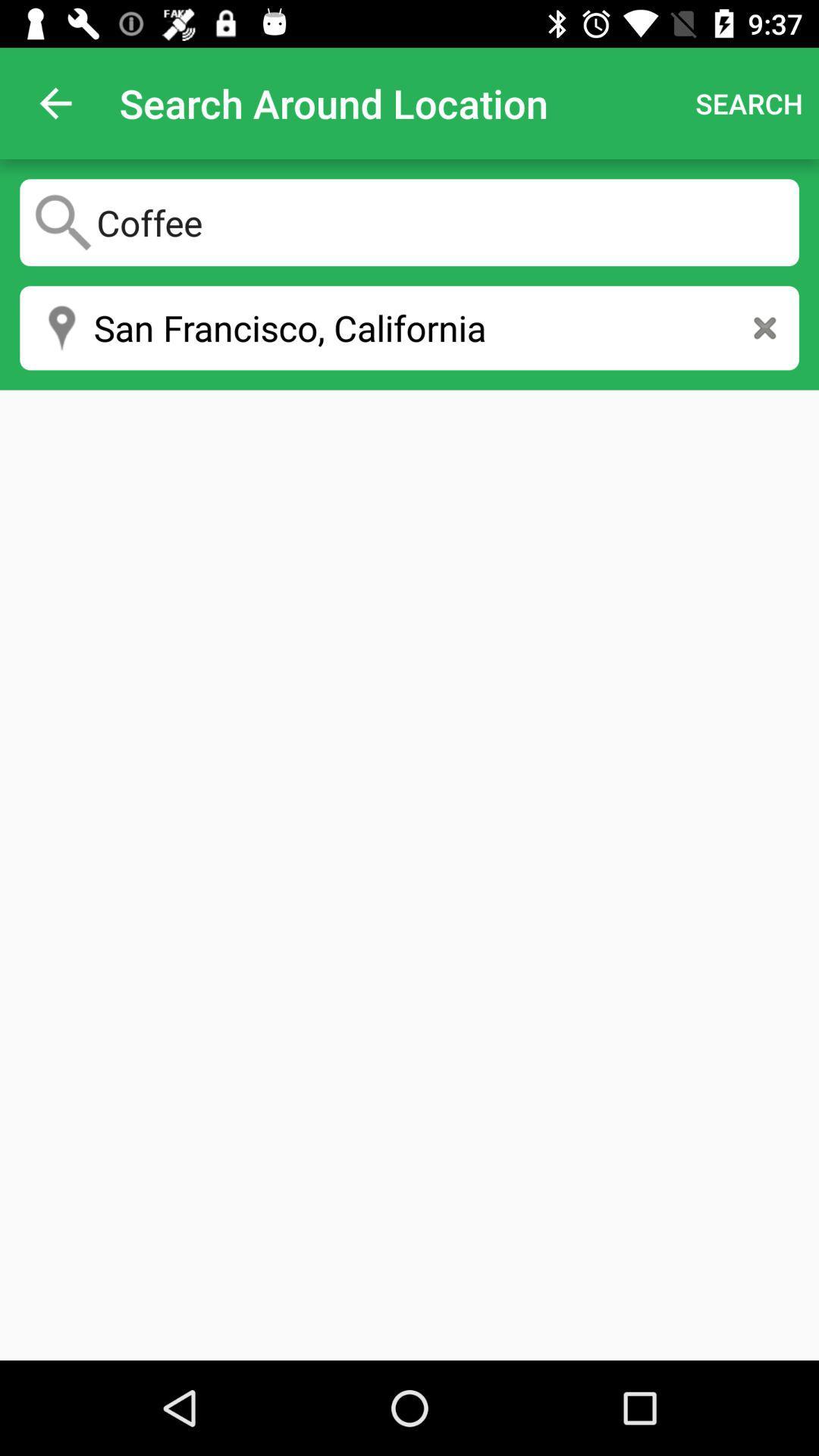  I want to click on the item above coffee item, so click(55, 102).